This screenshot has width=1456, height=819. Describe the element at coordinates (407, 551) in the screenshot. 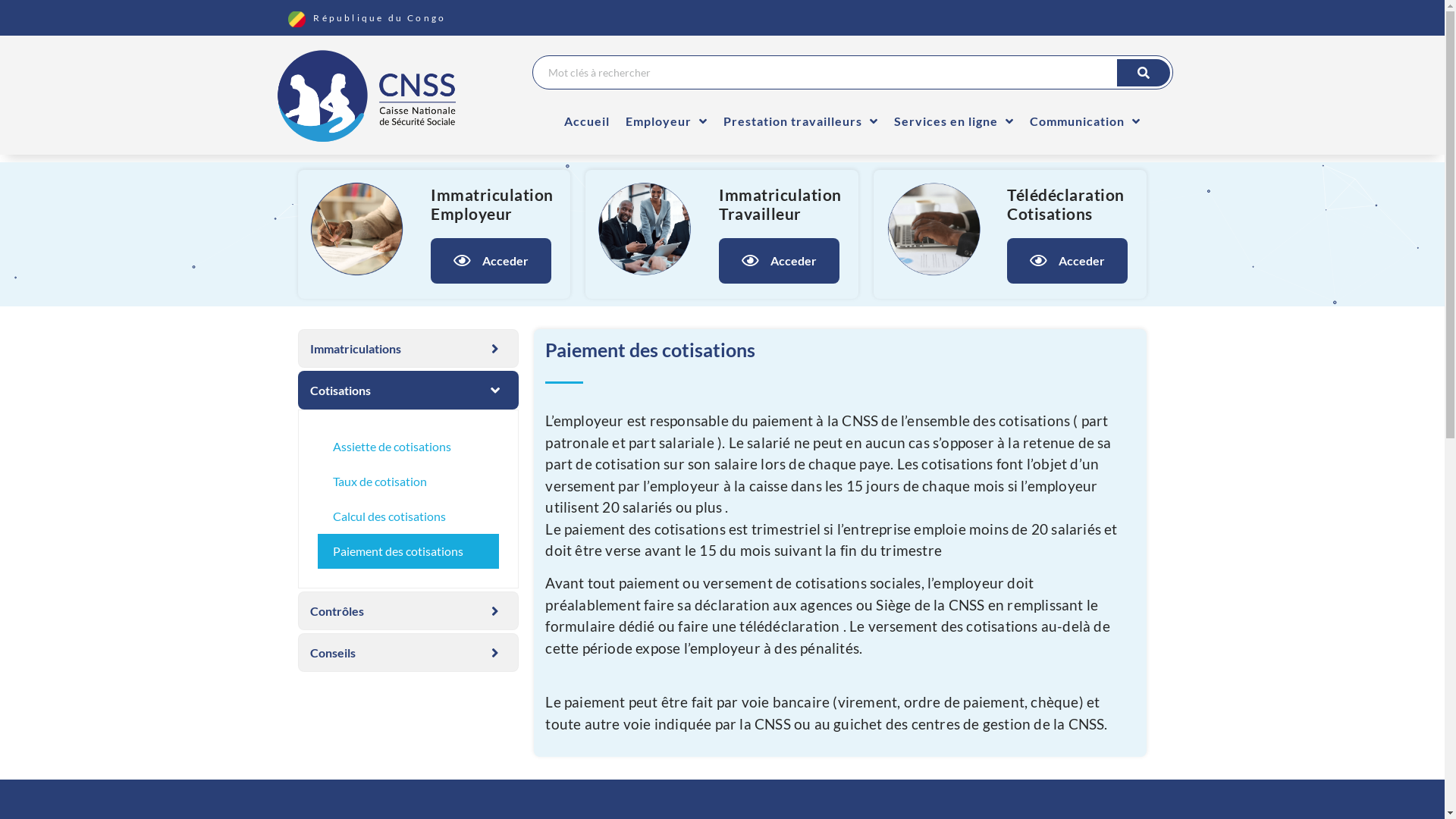

I see `'Paiement des cotisations'` at that location.